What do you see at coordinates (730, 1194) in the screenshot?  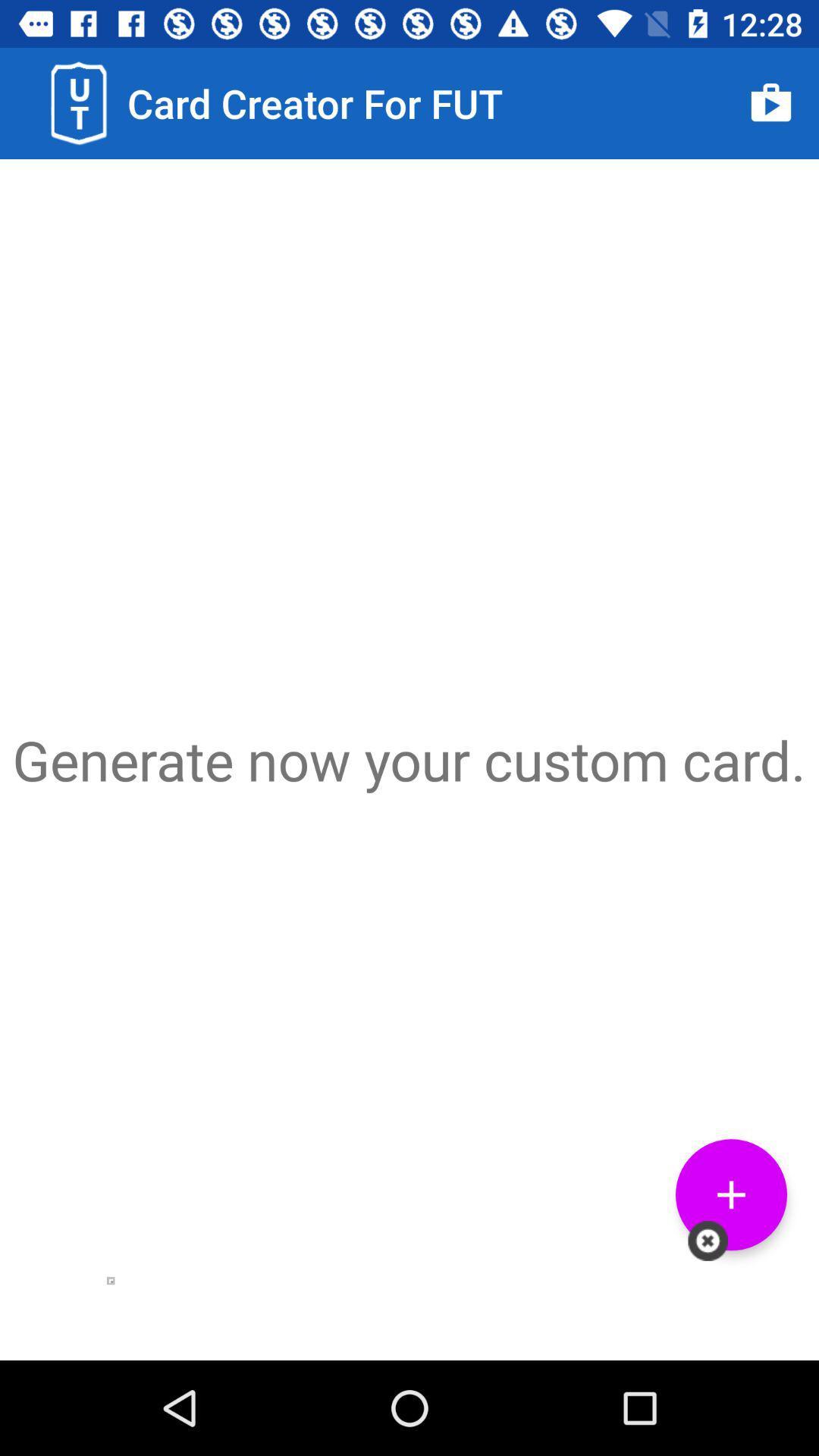 I see `the icon below the generate now your item` at bounding box center [730, 1194].